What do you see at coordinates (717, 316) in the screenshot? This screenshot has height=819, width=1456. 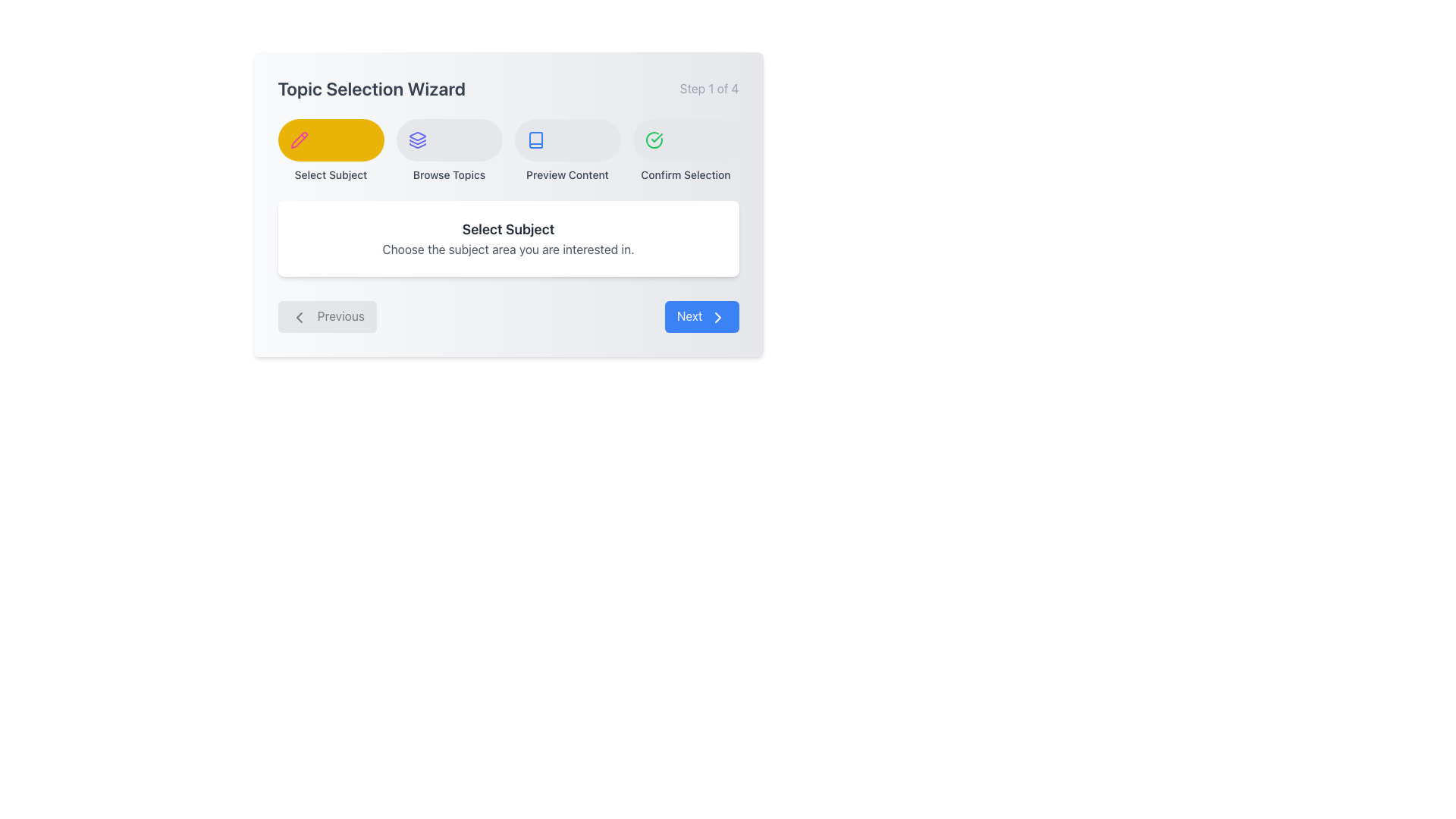 I see `the chevron icon located to the right of the 'Next' button in the navigation section` at bounding box center [717, 316].